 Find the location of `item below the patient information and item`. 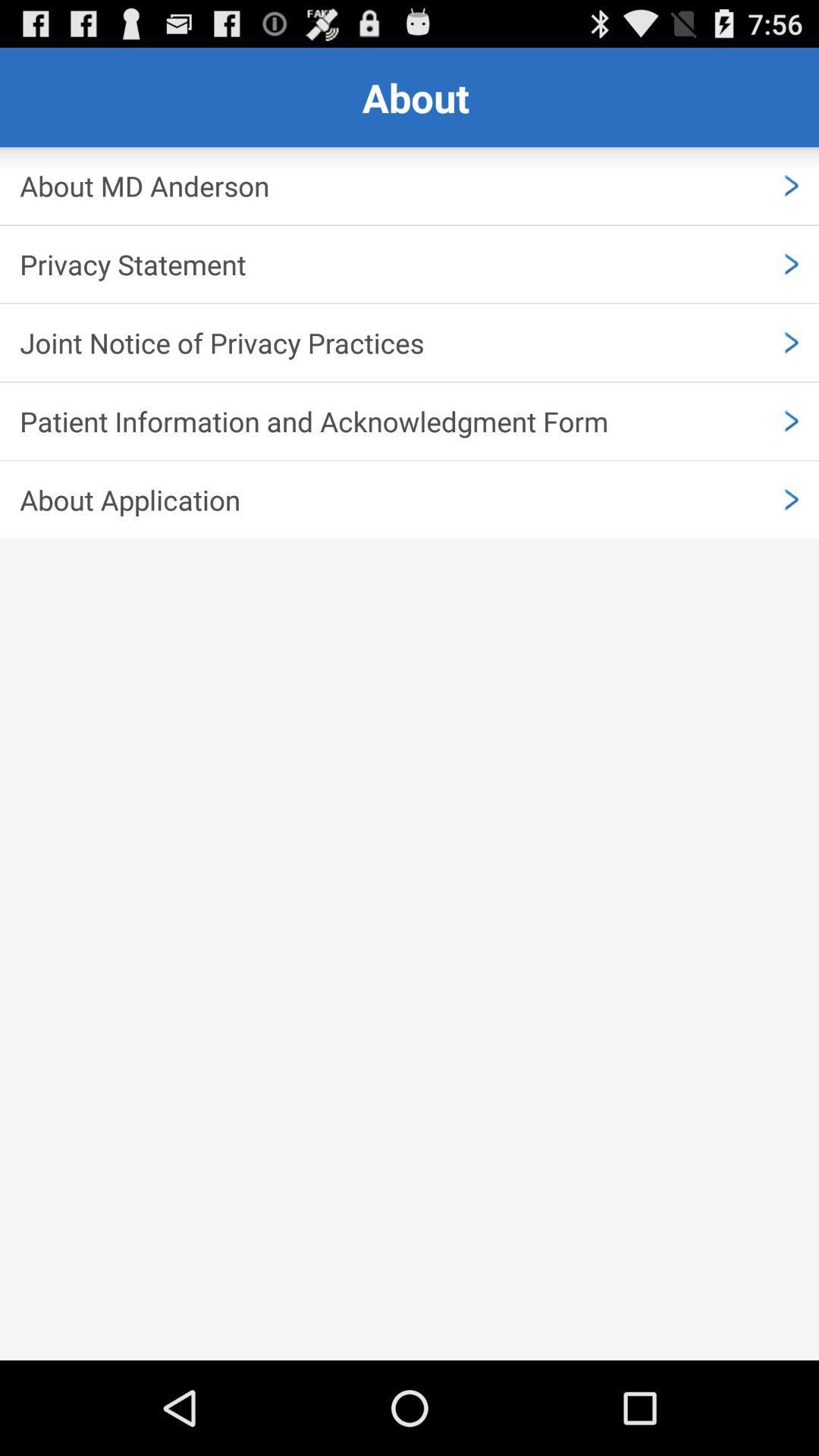

item below the patient information and item is located at coordinates (409, 500).